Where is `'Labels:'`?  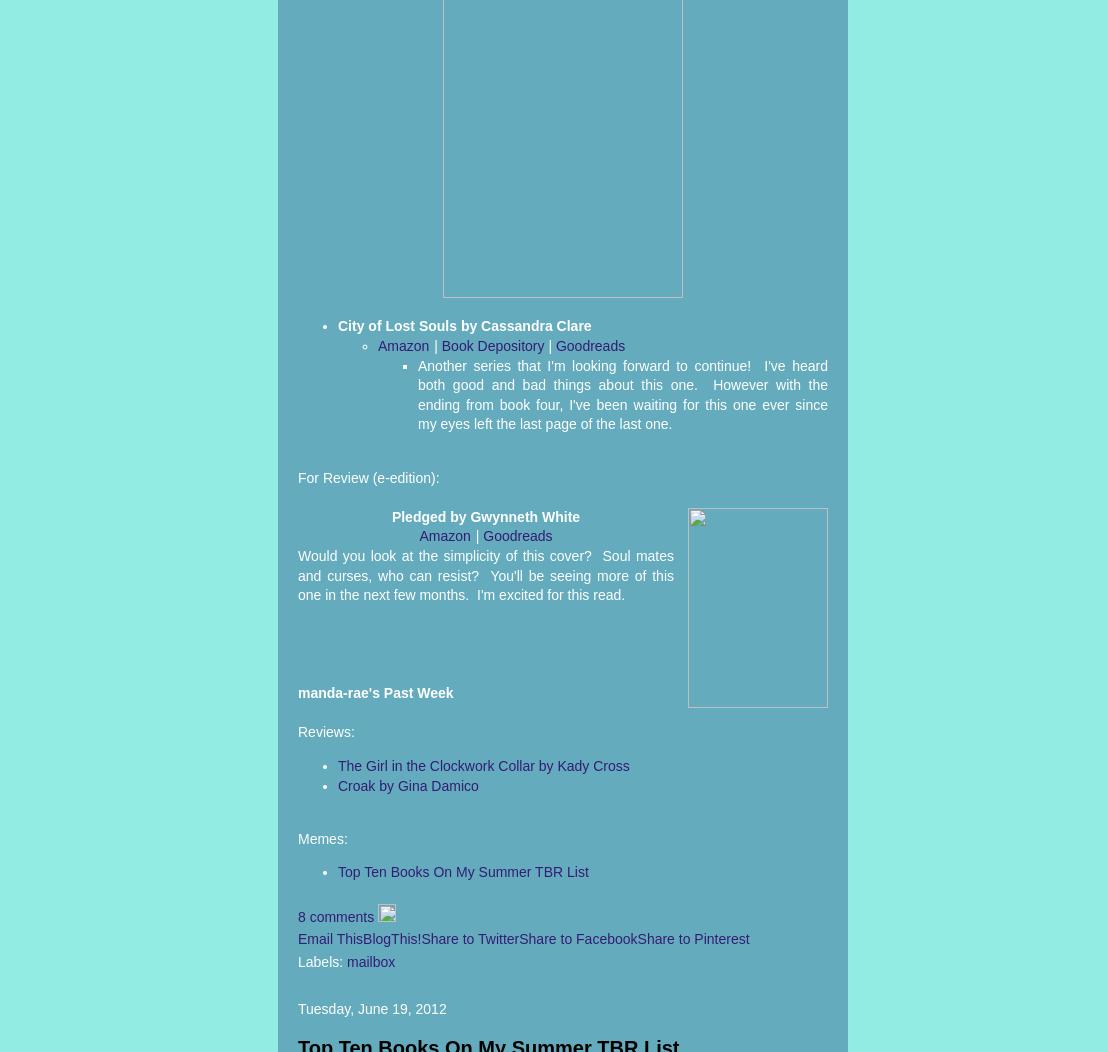
'Labels:' is located at coordinates (322, 960).